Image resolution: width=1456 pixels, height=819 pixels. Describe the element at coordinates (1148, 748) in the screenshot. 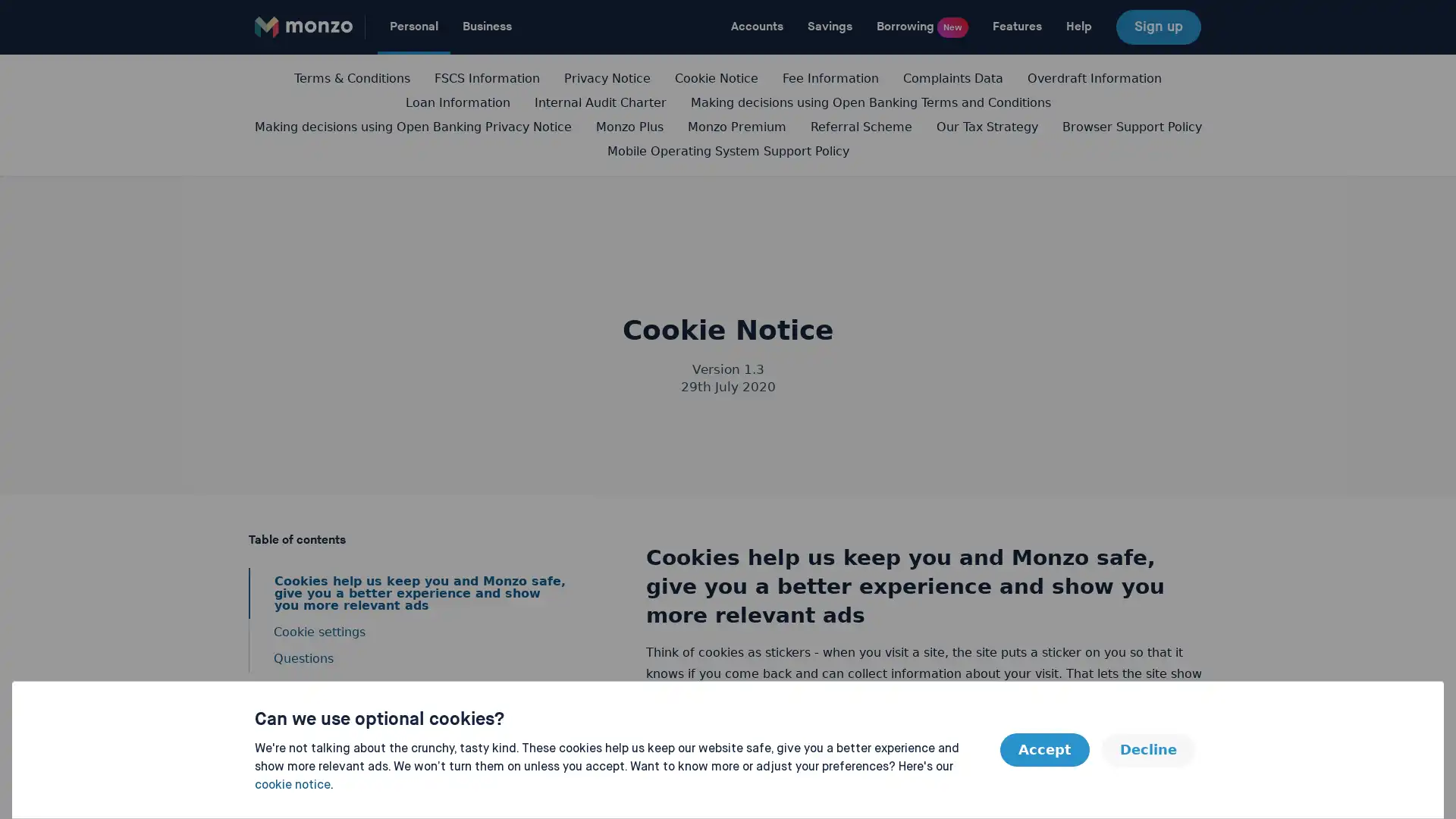

I see `Decline` at that location.